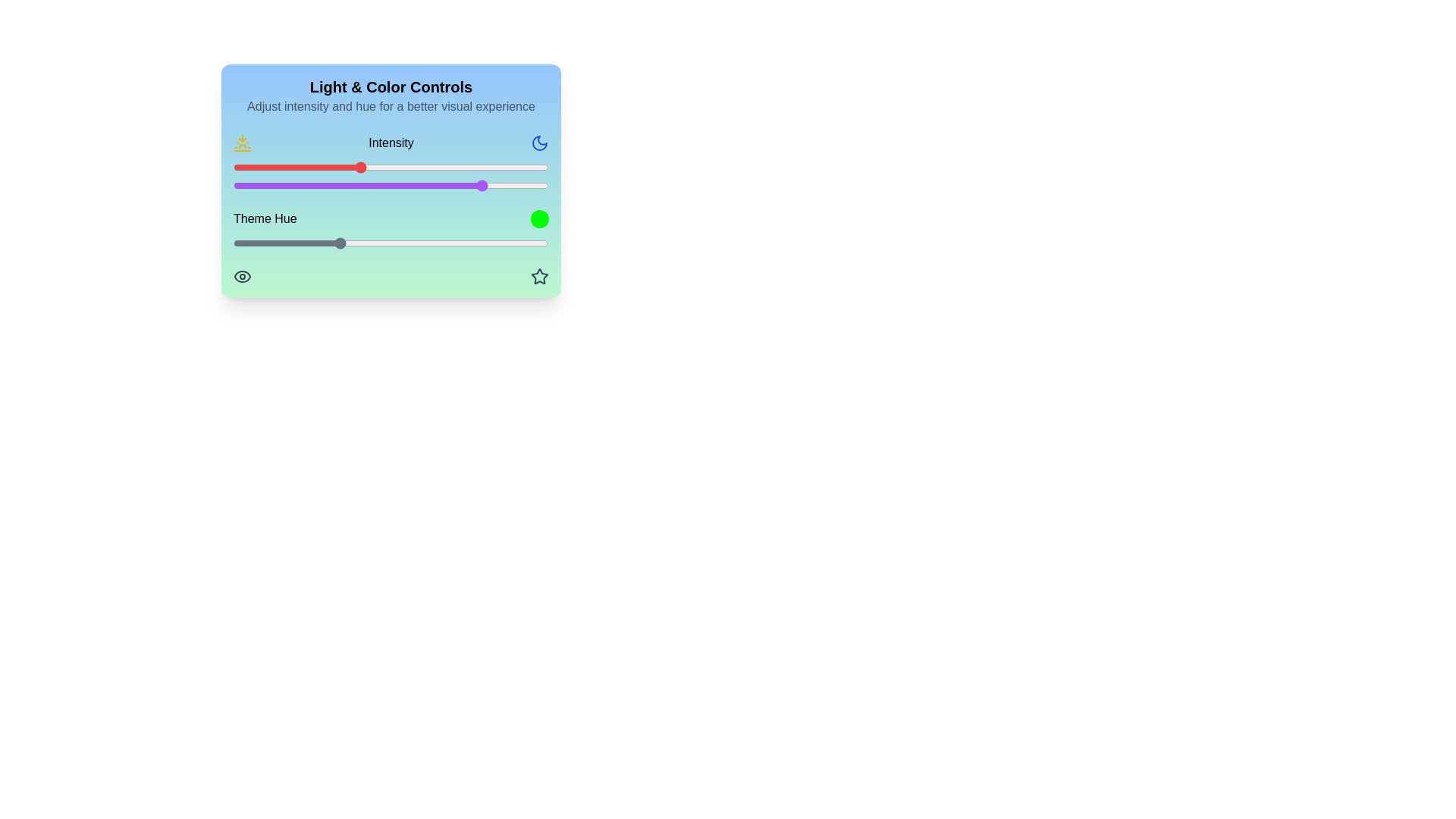 Image resolution: width=1456 pixels, height=819 pixels. What do you see at coordinates (397, 185) in the screenshot?
I see `the slider value` at bounding box center [397, 185].